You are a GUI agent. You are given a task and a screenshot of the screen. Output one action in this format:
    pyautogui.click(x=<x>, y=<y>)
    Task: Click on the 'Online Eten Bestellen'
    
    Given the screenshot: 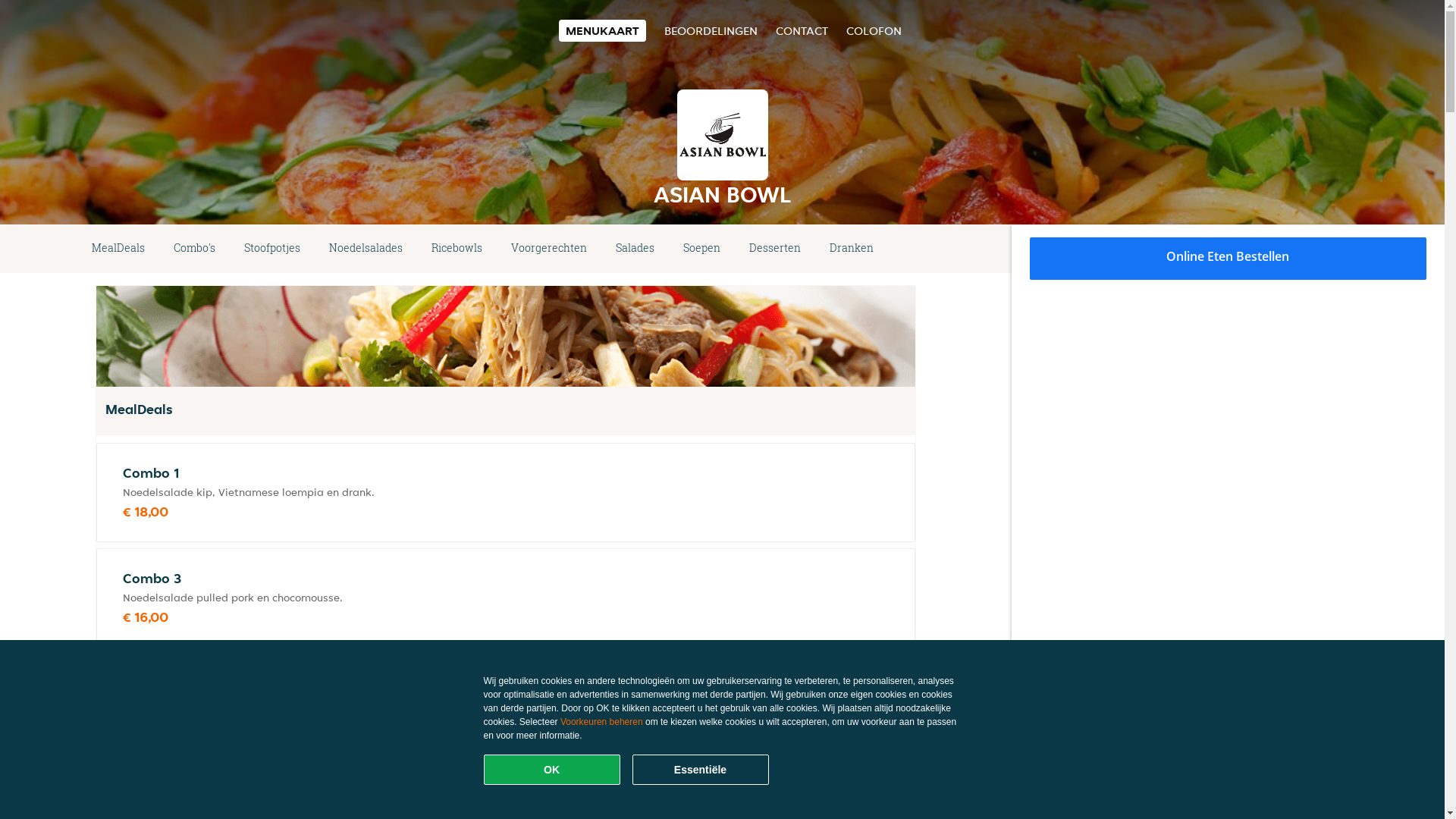 What is the action you would take?
    pyautogui.click(x=1228, y=257)
    